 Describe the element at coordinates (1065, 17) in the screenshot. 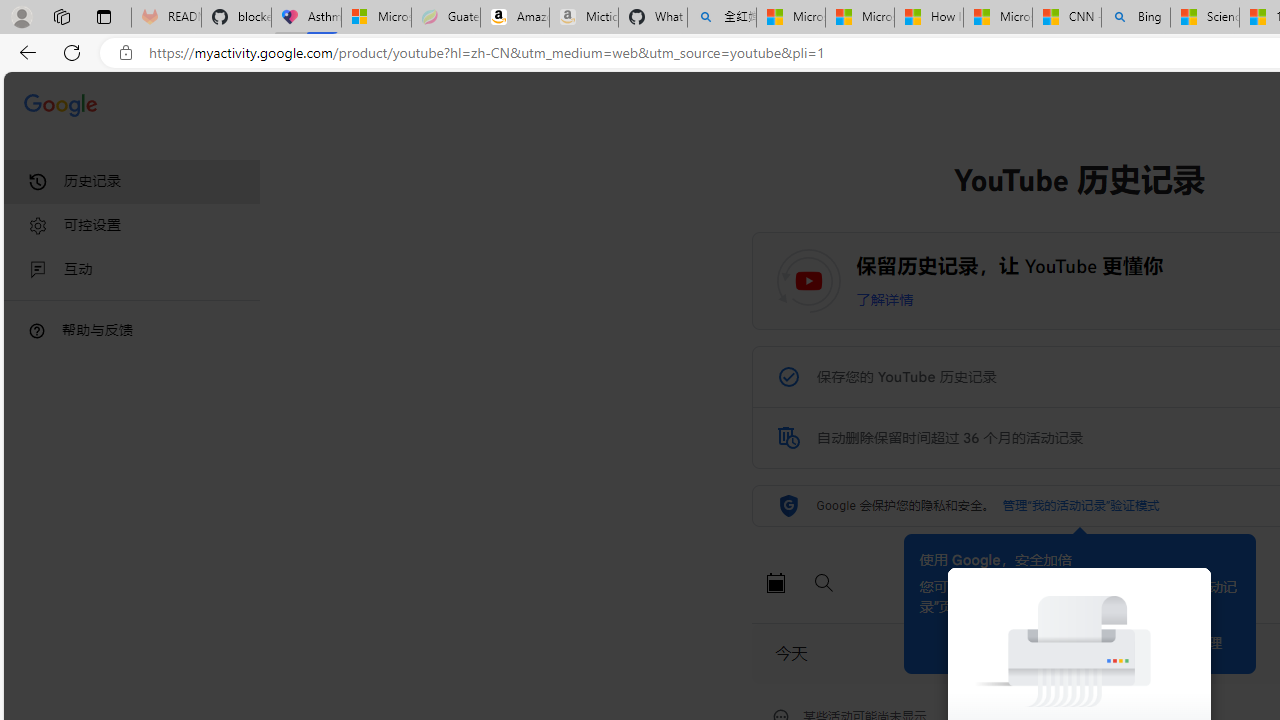

I see `'CNN - MSN'` at that location.